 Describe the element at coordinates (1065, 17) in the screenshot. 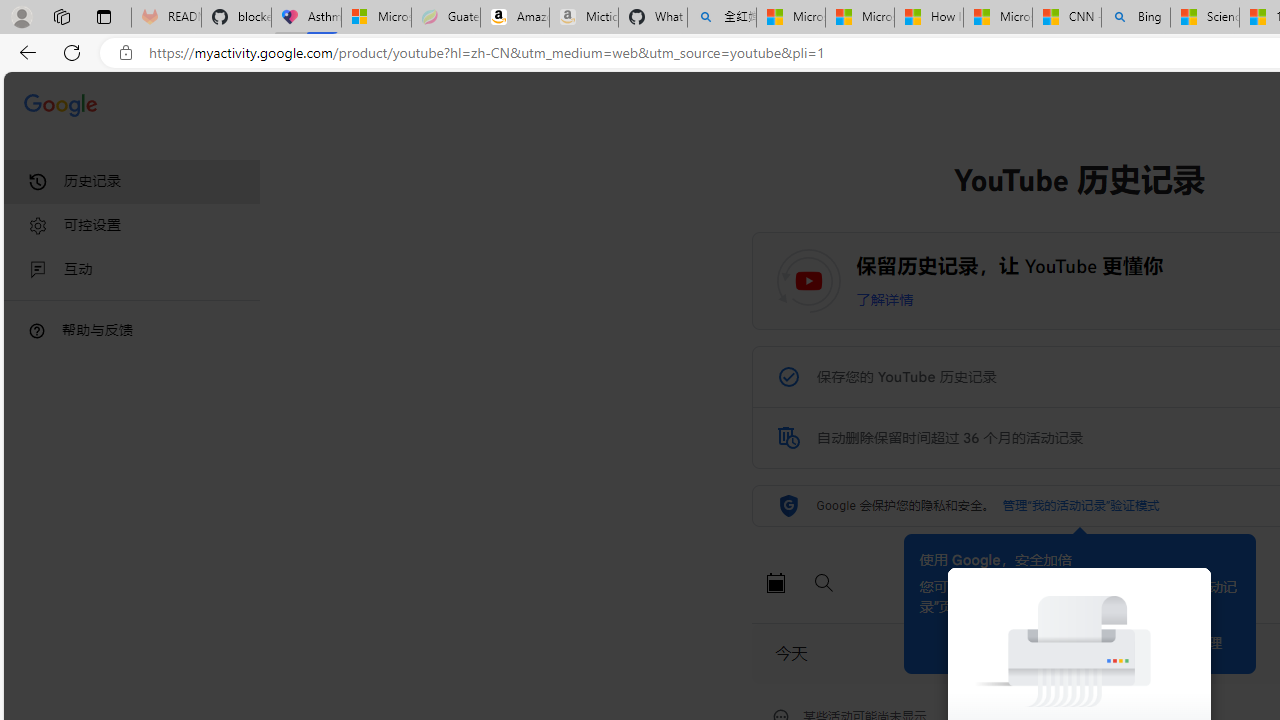

I see `'CNN - MSN'` at that location.